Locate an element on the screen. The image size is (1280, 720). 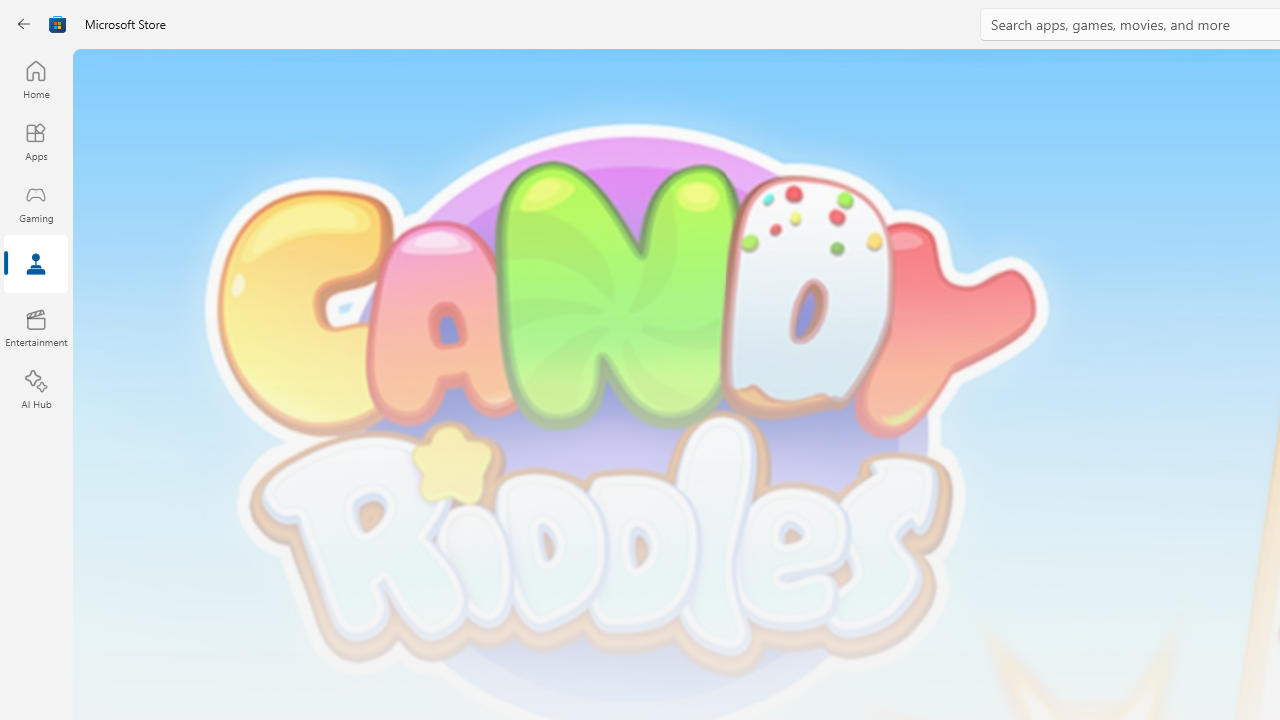
'Entertainment' is located at coordinates (35, 326).